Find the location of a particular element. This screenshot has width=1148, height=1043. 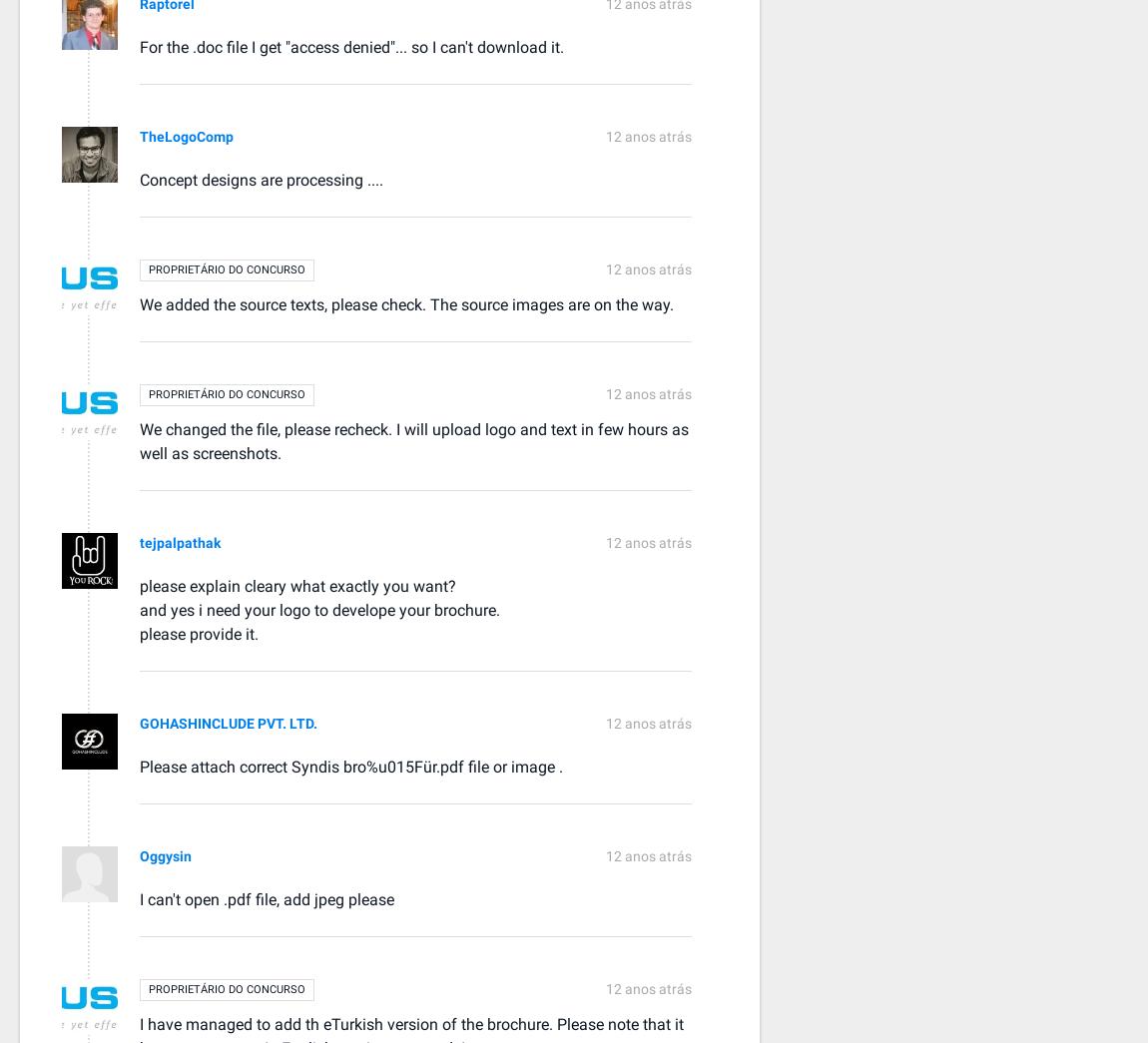

'please explain cleary what exactly you want?' is located at coordinates (138, 584).